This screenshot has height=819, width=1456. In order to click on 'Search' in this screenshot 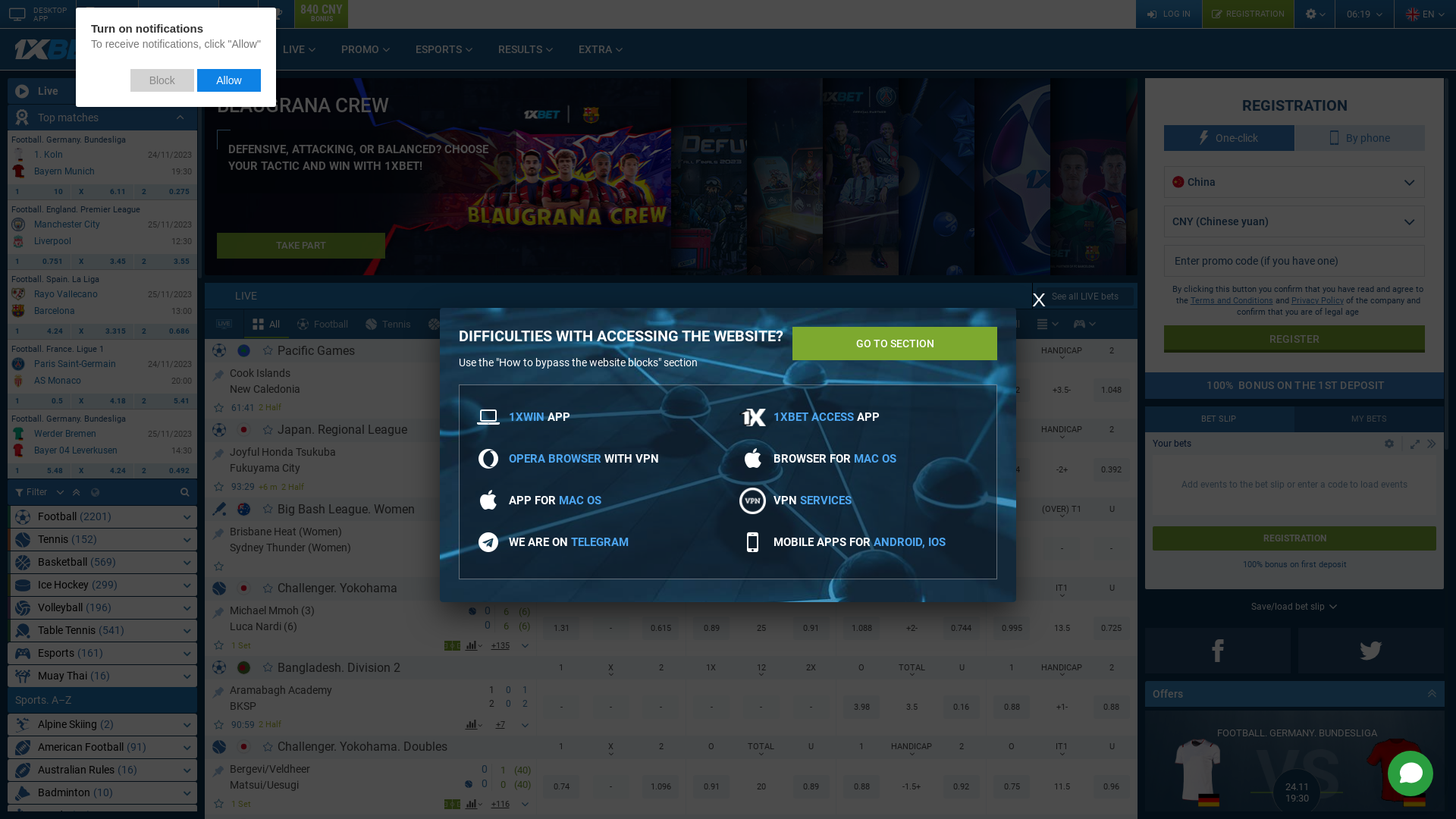, I will do `click(171, 491)`.